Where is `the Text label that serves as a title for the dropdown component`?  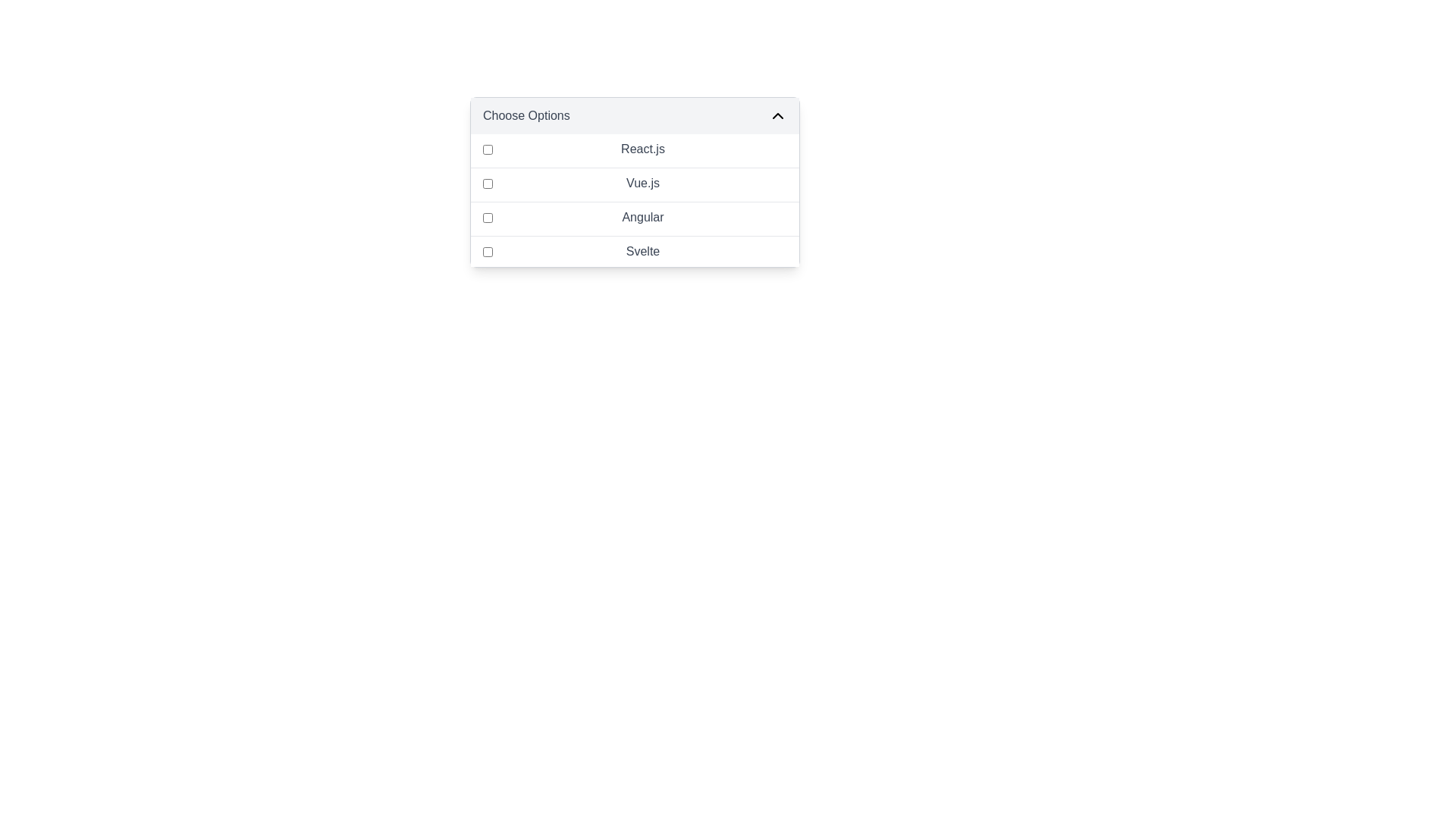
the Text label that serves as a title for the dropdown component is located at coordinates (526, 115).